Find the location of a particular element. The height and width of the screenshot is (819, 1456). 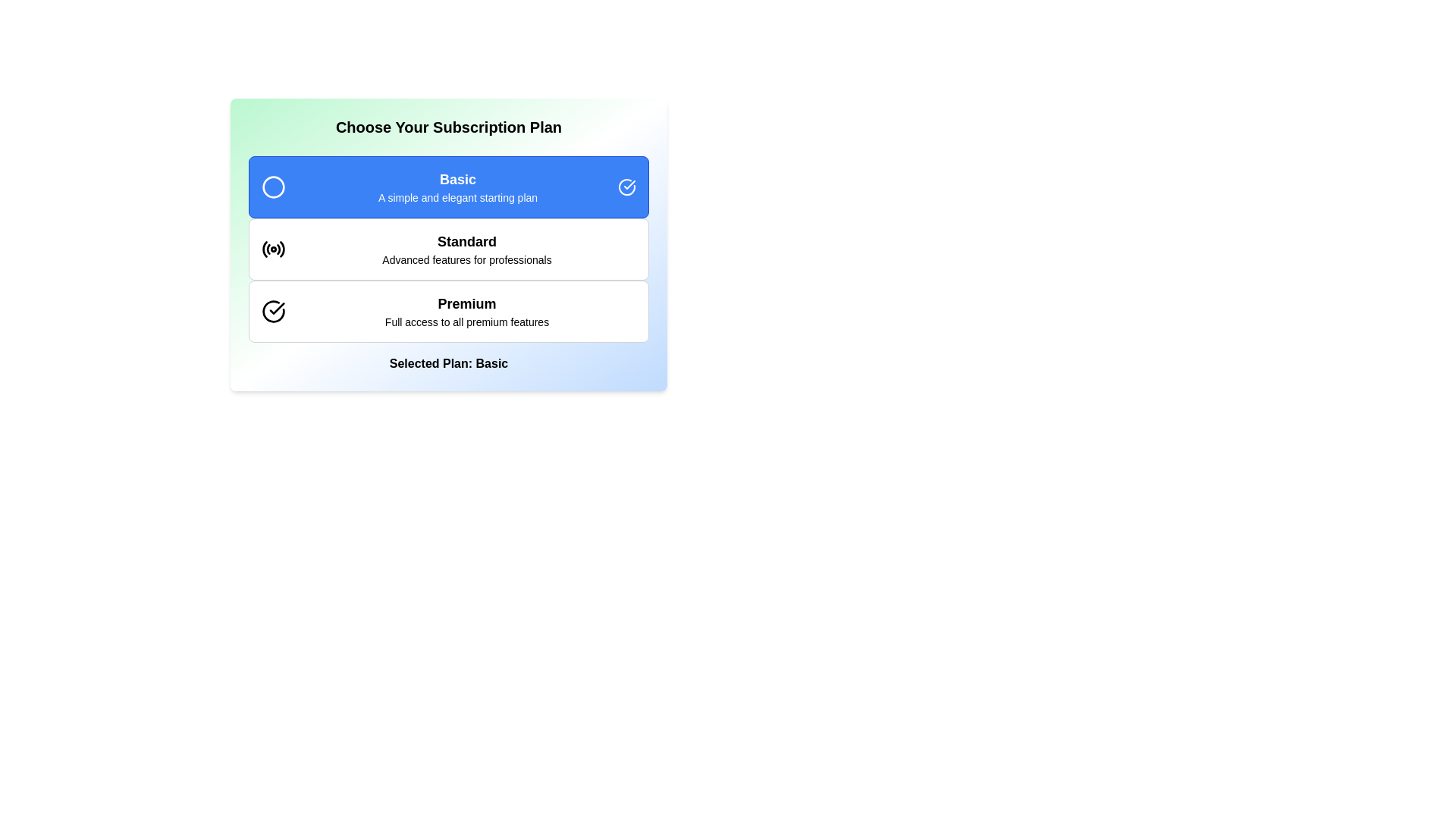

the check mark icon located at the right side of the 'Basic' option in the subscription plan interface, which signifies selection or checking action is located at coordinates (629, 184).